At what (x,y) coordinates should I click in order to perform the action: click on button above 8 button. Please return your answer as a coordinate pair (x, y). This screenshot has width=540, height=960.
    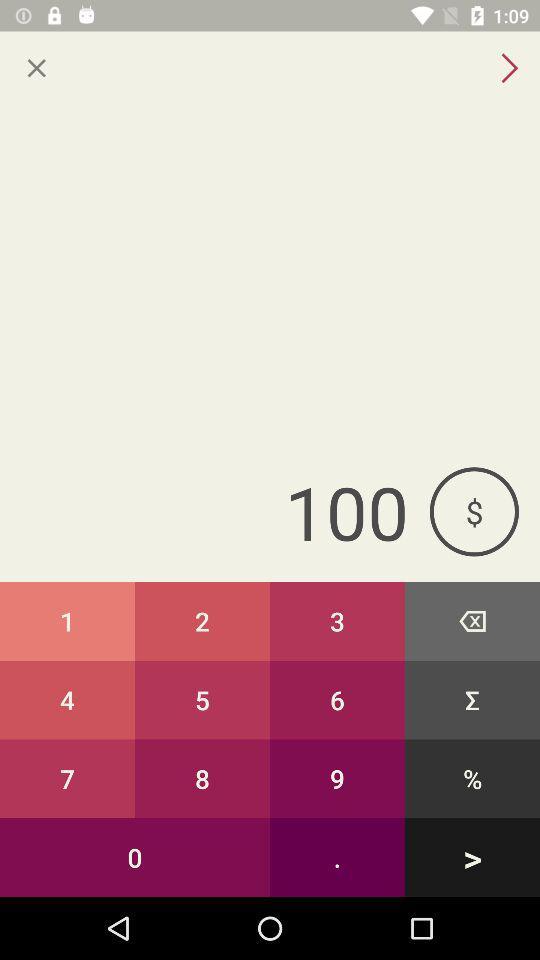
    Looking at the image, I should click on (337, 700).